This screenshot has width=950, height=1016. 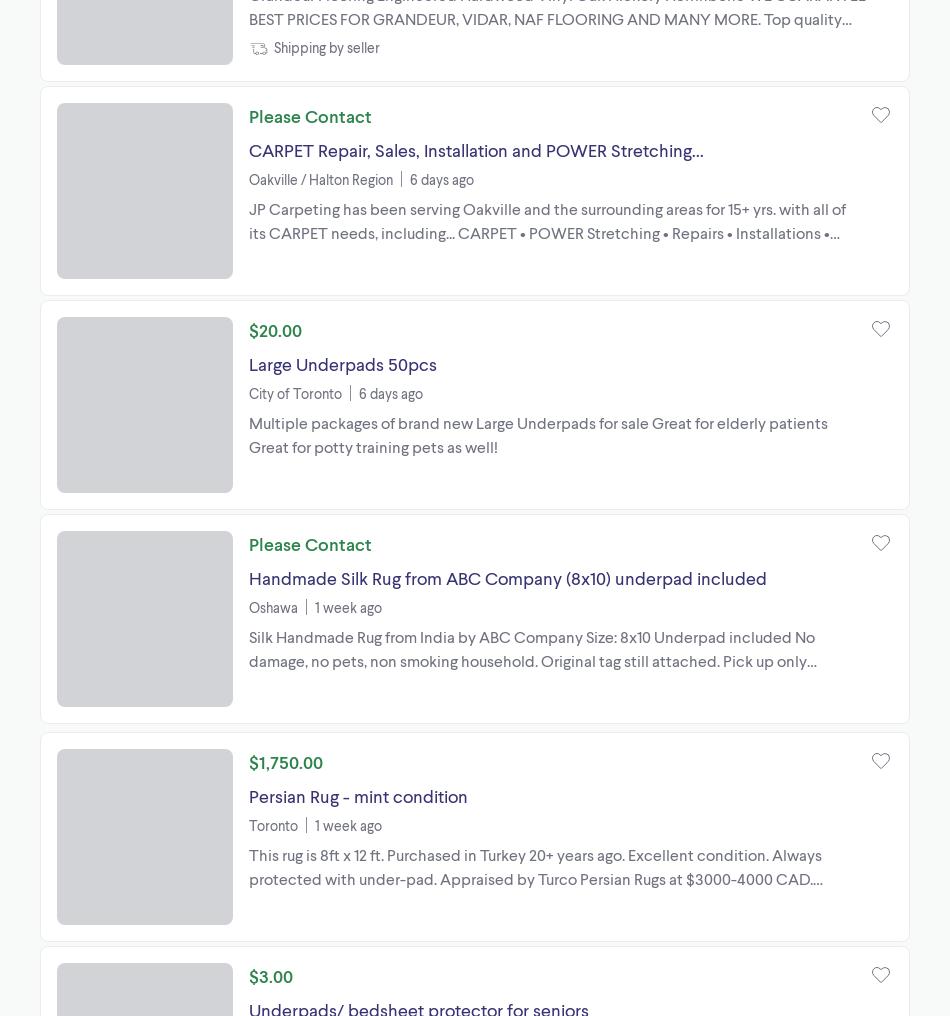 What do you see at coordinates (270, 974) in the screenshot?
I see `'$3.00'` at bounding box center [270, 974].